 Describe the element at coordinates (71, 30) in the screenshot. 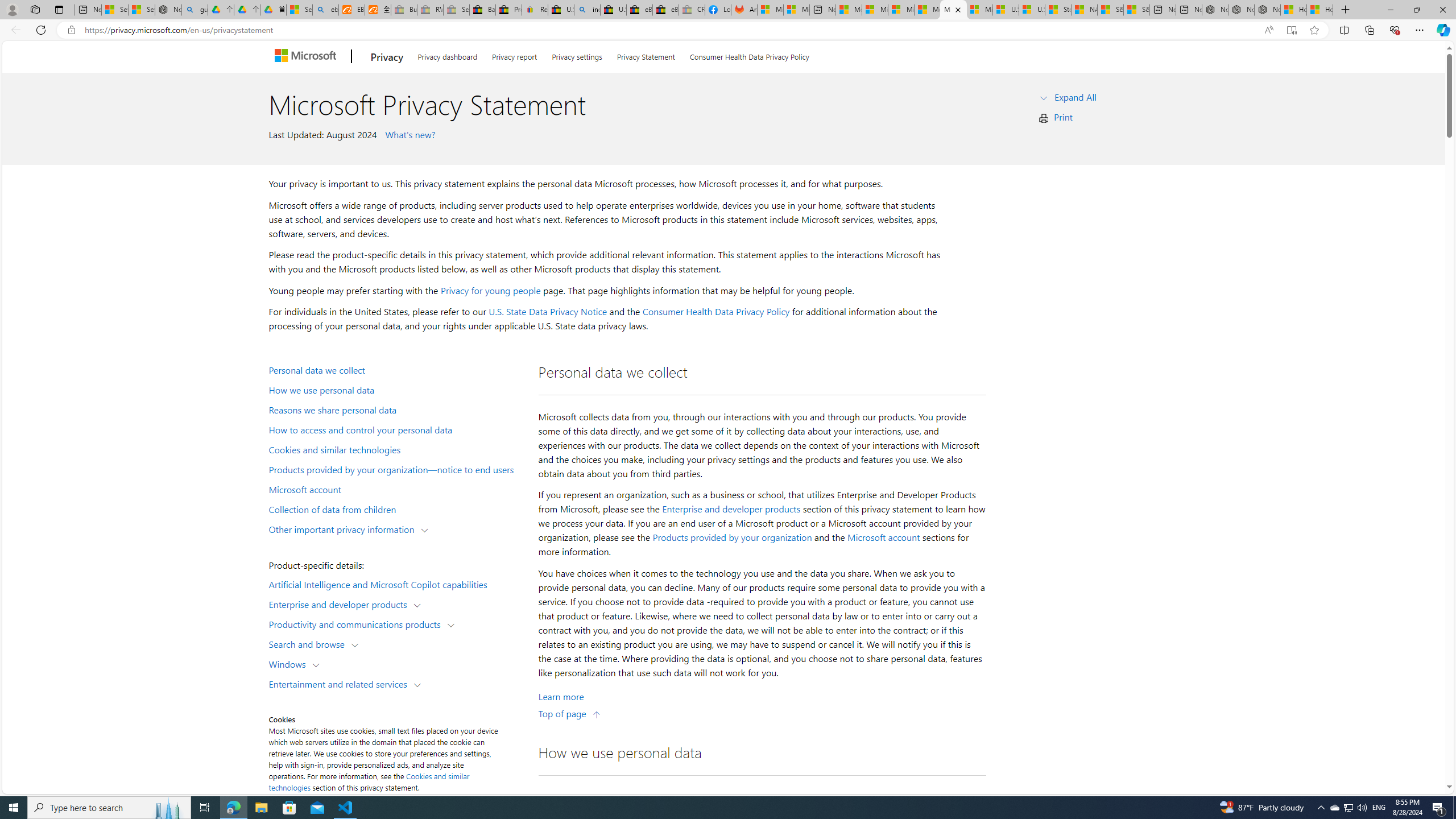

I see `'View site information'` at that location.